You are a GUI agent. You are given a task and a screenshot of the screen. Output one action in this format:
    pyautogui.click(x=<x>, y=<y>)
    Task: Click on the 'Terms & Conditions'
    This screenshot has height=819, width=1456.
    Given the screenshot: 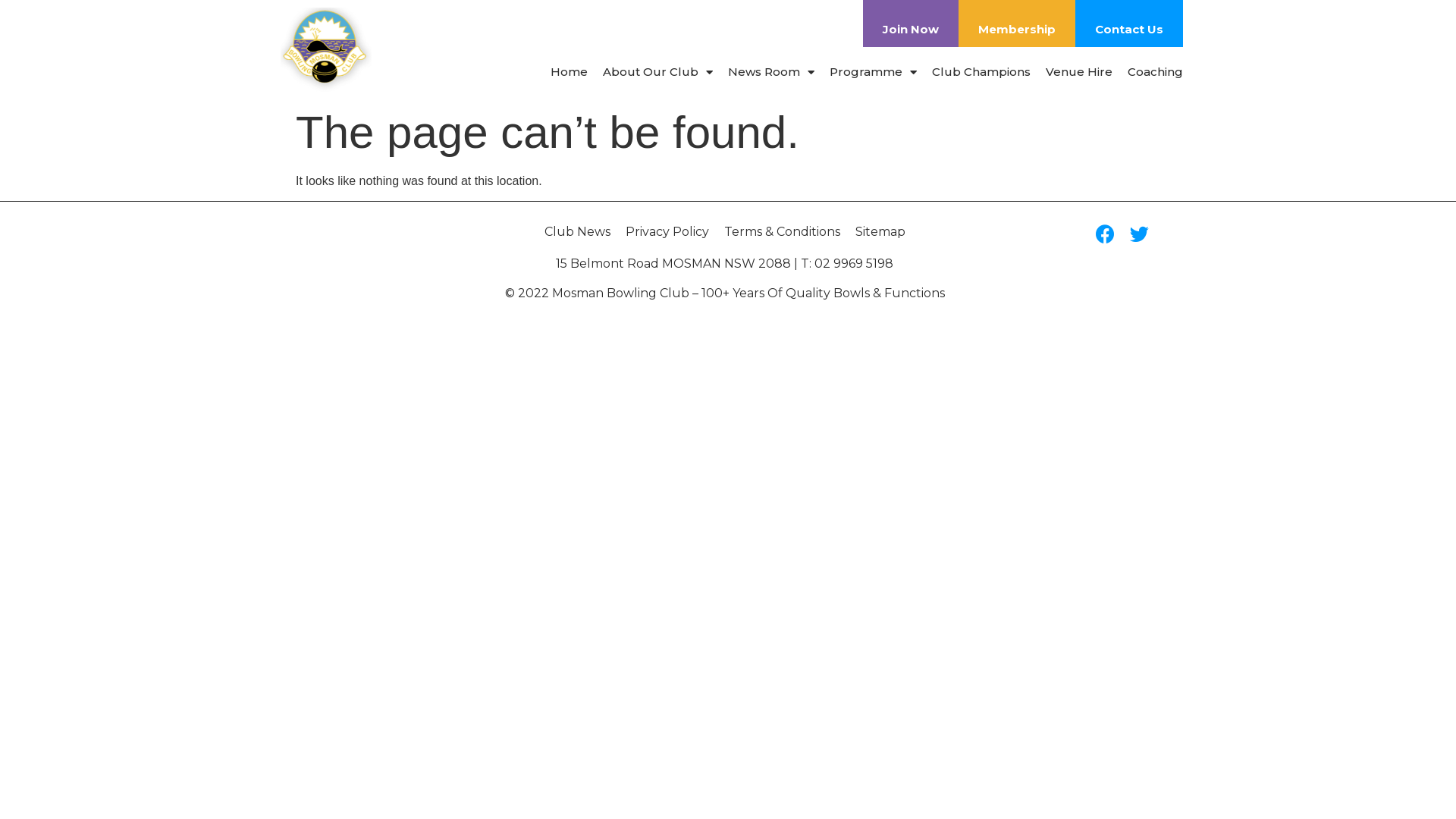 What is the action you would take?
    pyautogui.click(x=716, y=231)
    